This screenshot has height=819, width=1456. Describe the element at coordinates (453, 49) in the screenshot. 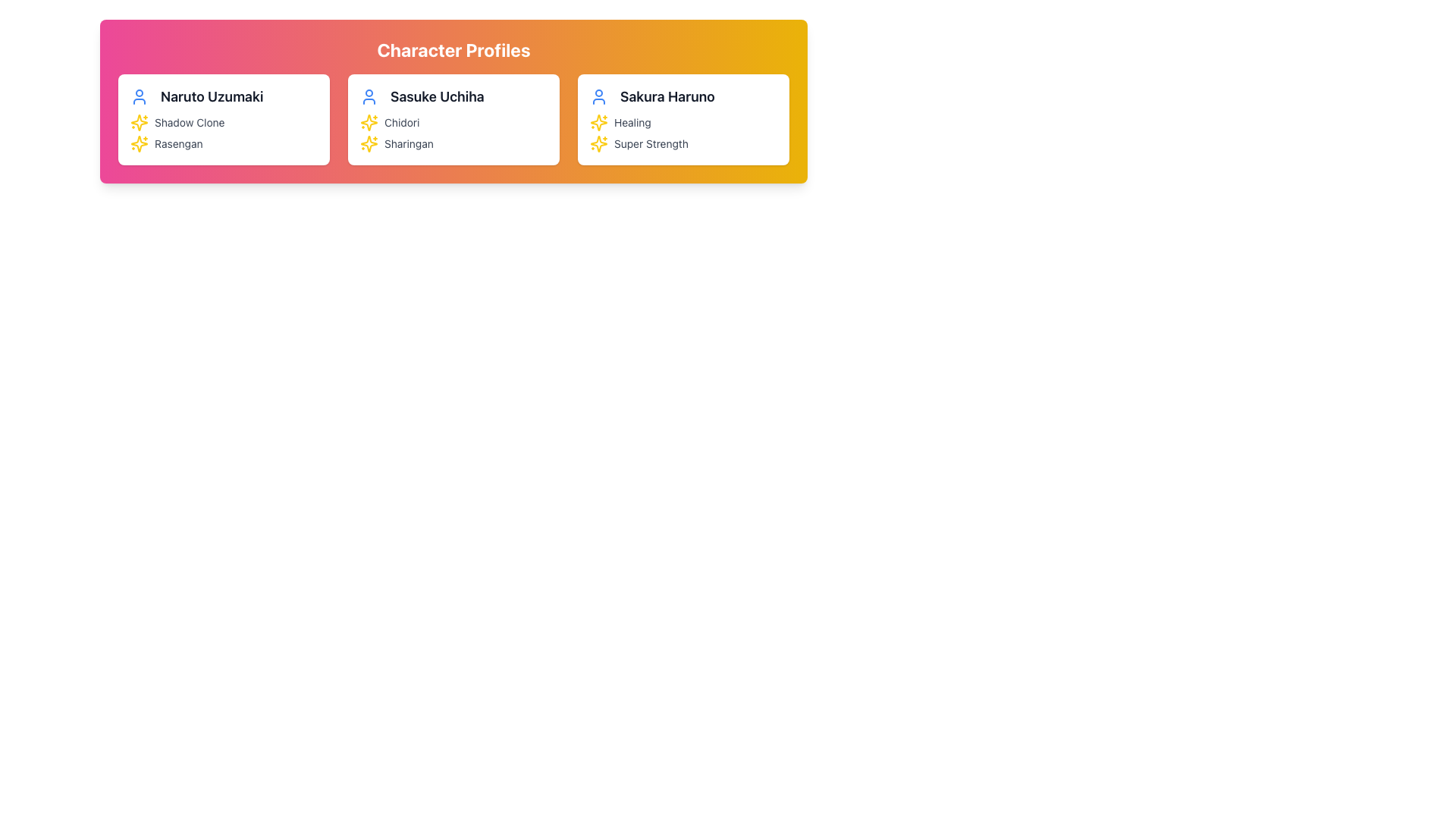

I see `the heading text label 'Character Profiles' which is prominently displayed in bold white font against a gradient pink to yellow background` at that location.